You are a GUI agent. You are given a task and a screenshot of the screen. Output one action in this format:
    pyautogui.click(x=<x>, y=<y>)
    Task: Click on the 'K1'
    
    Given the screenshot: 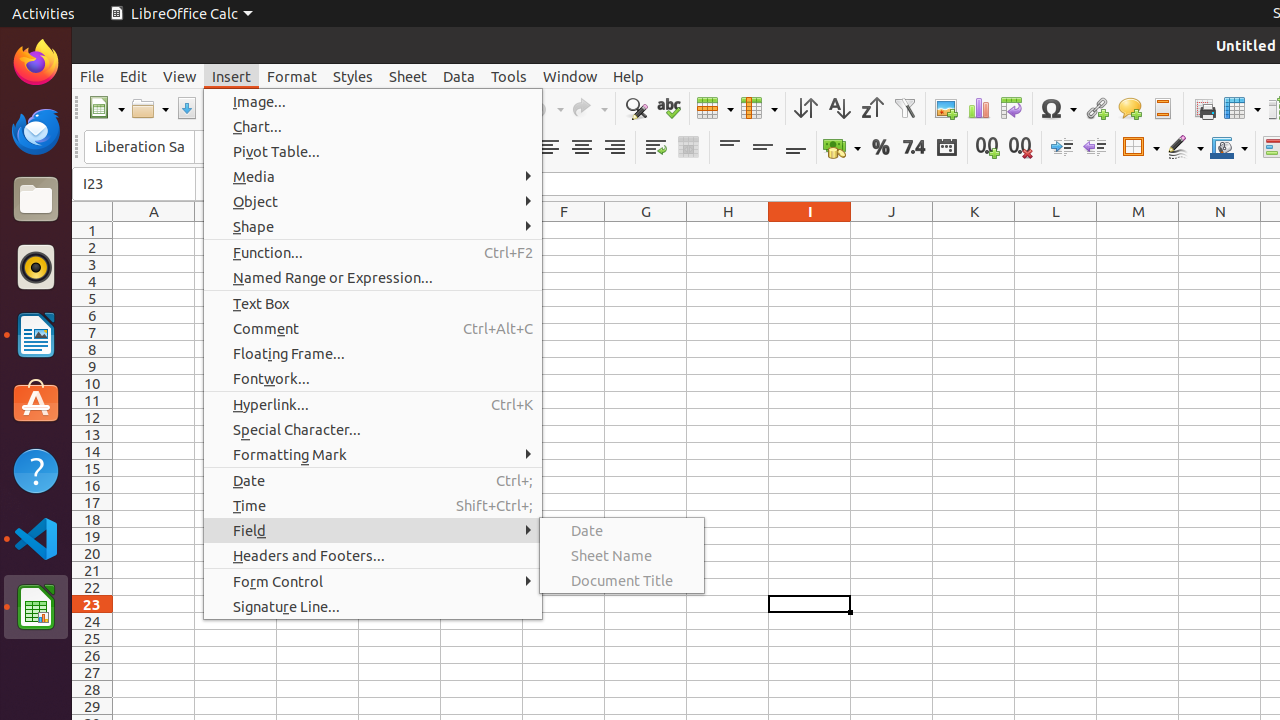 What is the action you would take?
    pyautogui.click(x=973, y=229)
    